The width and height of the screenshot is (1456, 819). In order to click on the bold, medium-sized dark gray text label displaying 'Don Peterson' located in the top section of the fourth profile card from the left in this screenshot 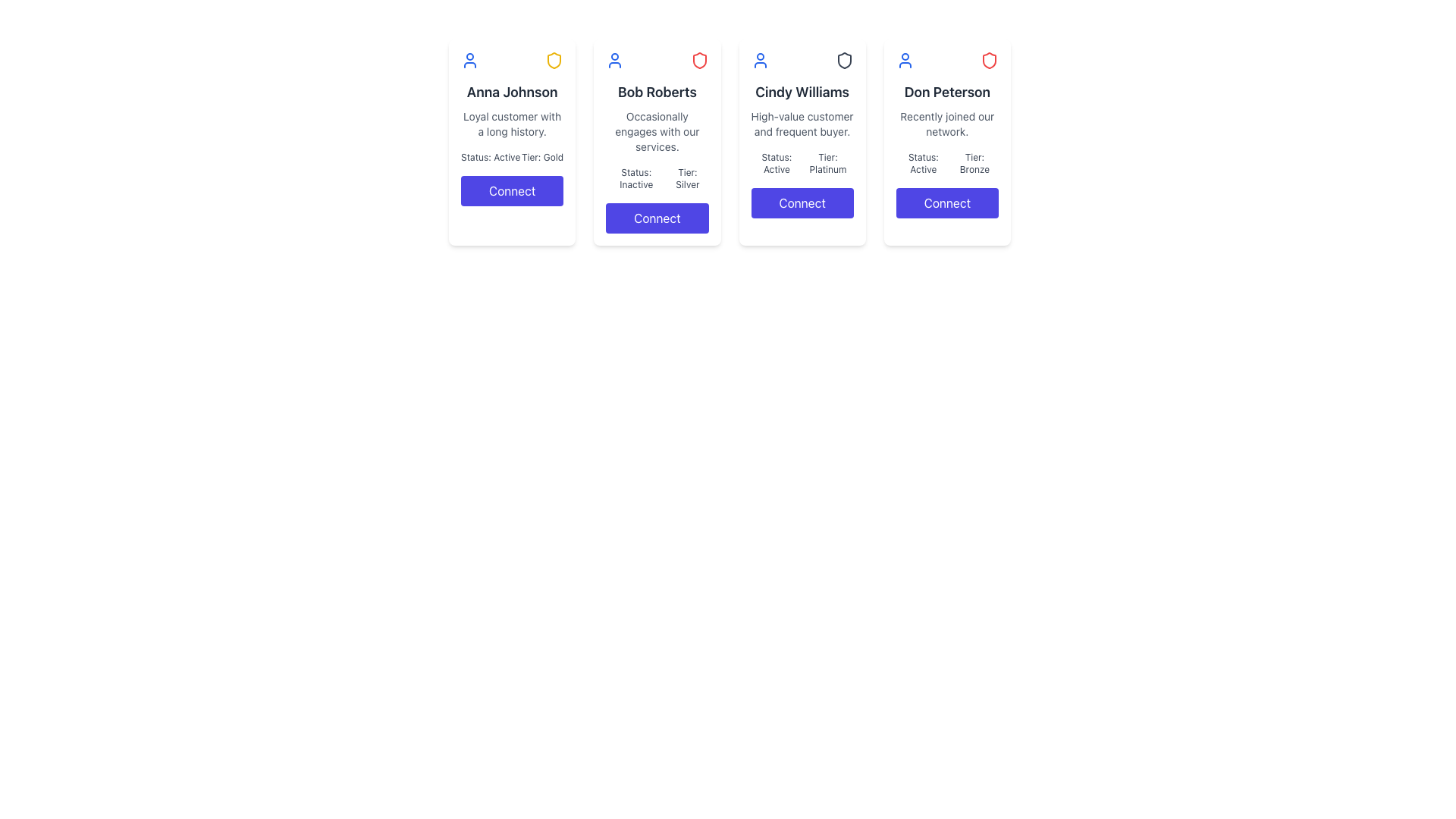, I will do `click(946, 93)`.